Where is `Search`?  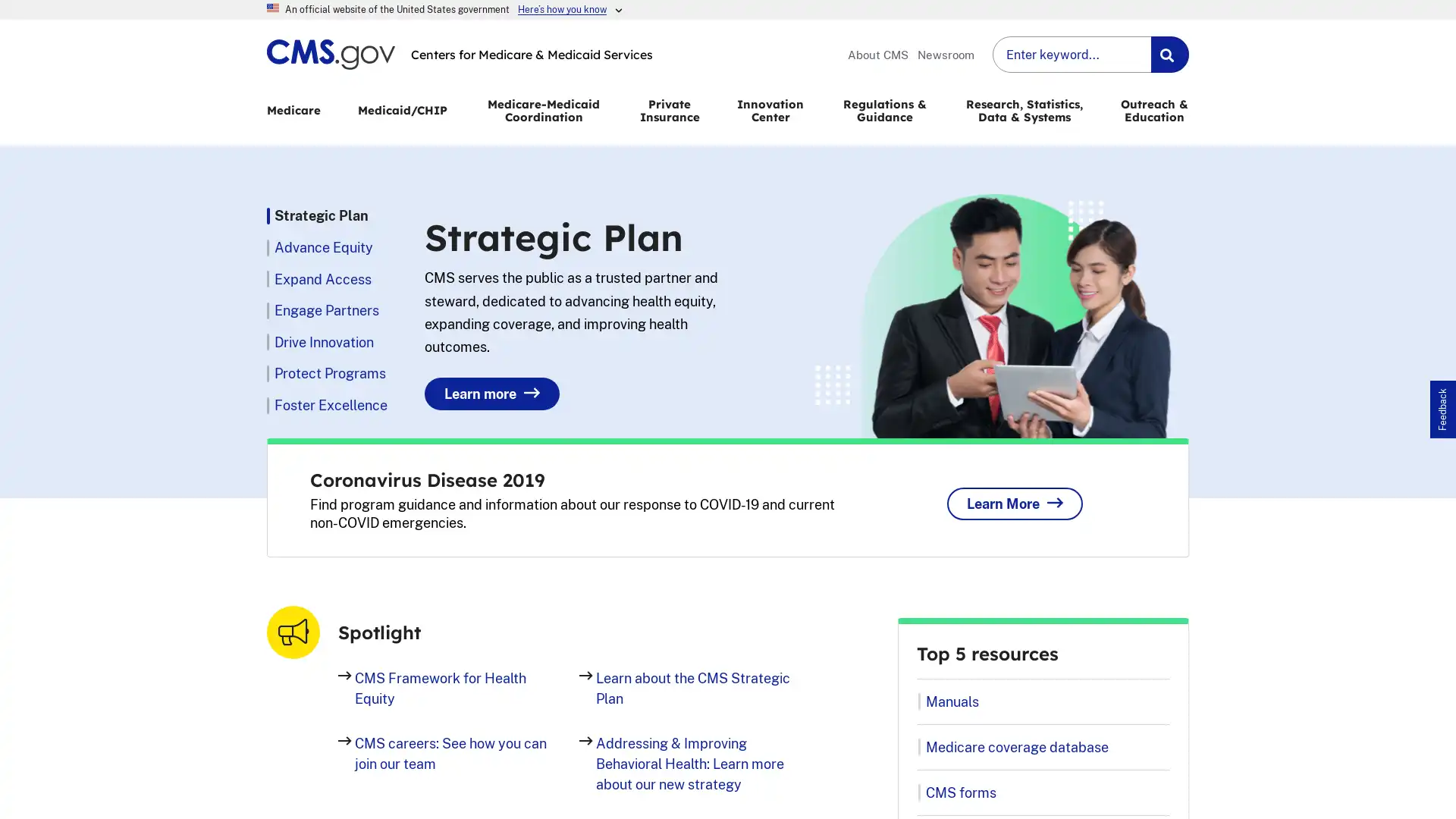 Search is located at coordinates (1169, 54).